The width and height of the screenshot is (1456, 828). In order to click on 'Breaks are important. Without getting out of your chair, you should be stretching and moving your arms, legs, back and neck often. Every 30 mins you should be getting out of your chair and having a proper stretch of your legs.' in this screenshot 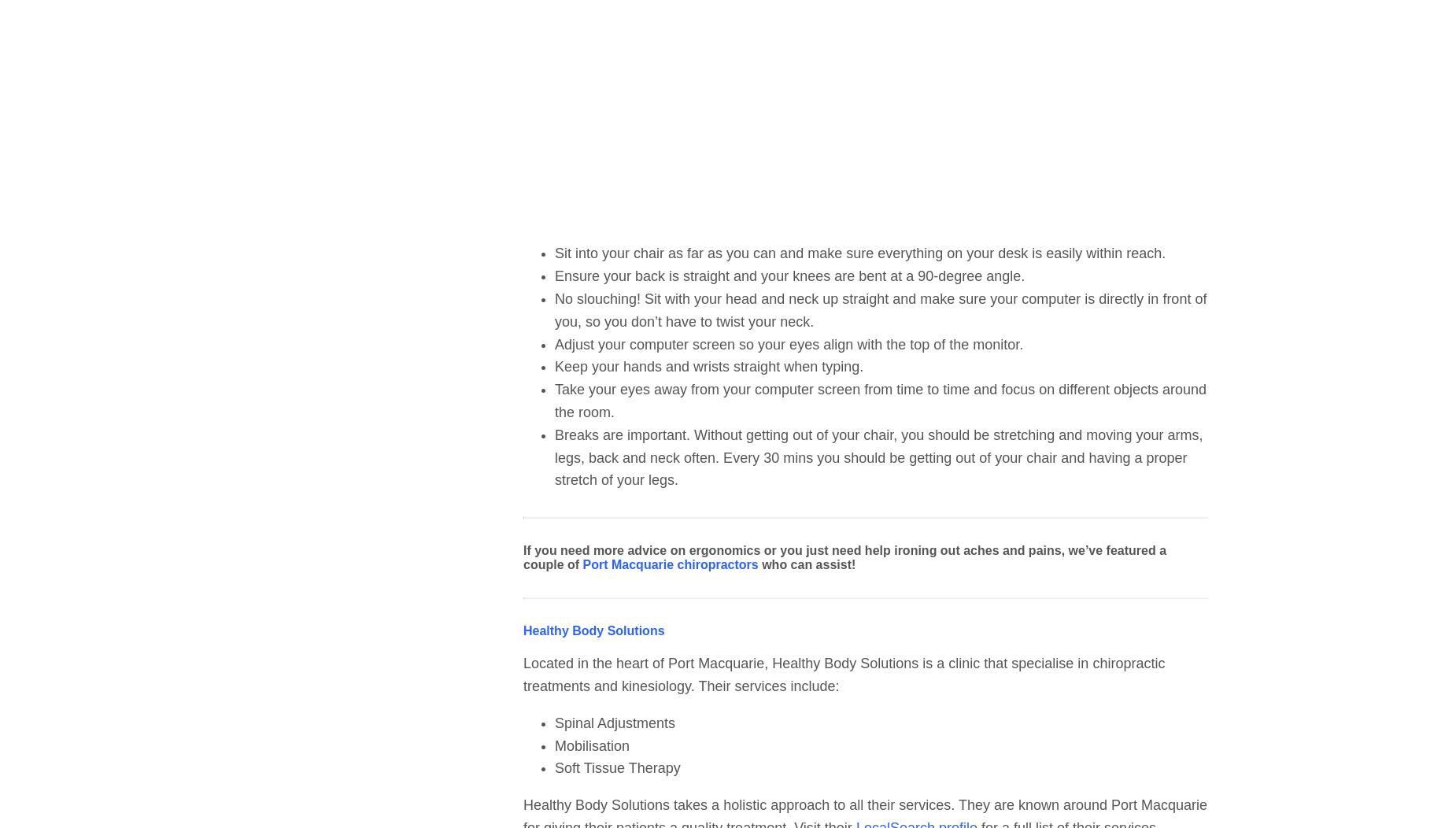, I will do `click(553, 457)`.